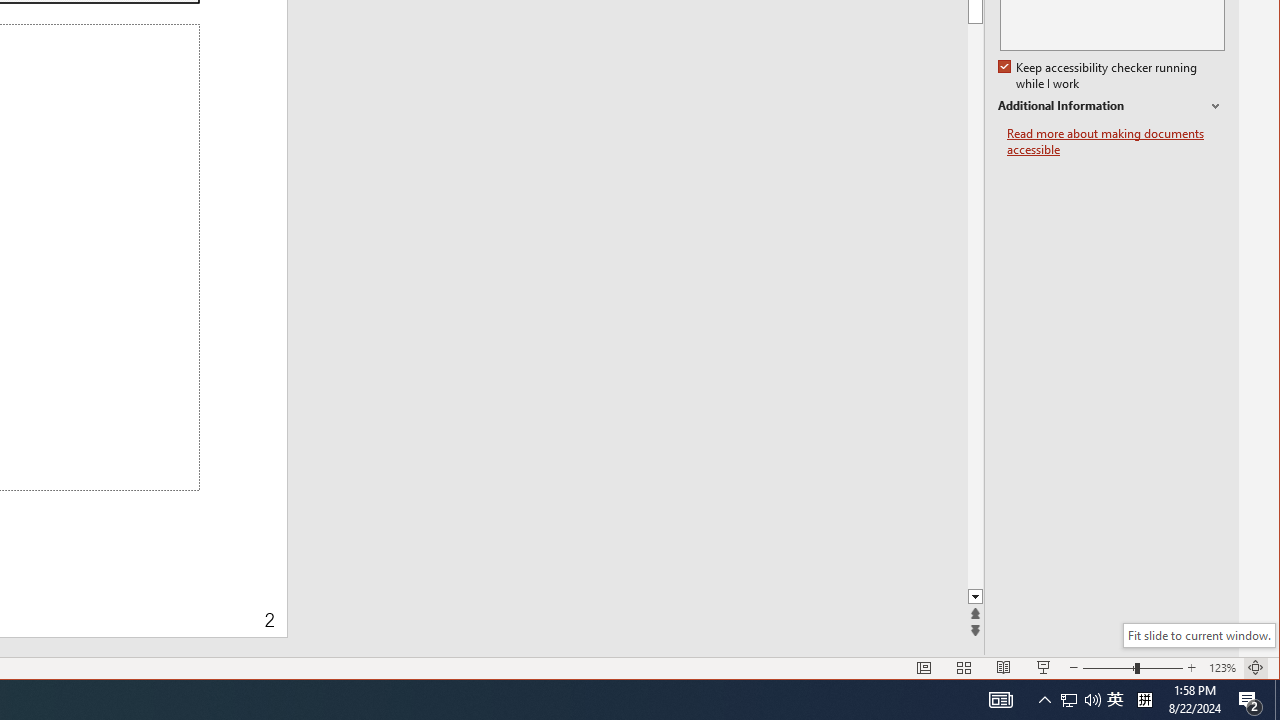 The height and width of the screenshot is (720, 1280). What do you see at coordinates (1115, 141) in the screenshot?
I see `'Read more about making documents accessible'` at bounding box center [1115, 141].